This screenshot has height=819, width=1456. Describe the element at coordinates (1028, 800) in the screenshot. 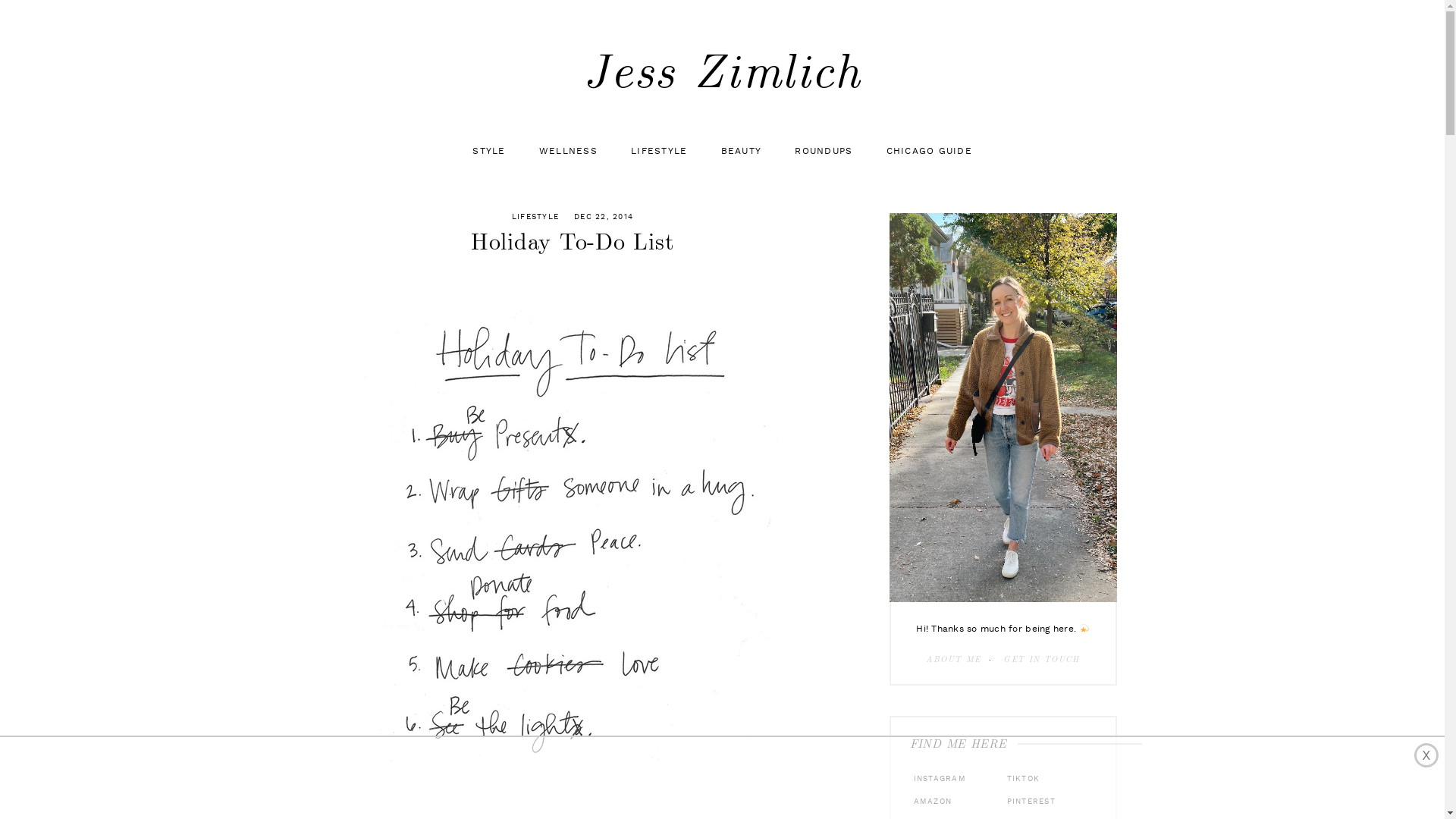

I see `'PINTEREST'` at that location.